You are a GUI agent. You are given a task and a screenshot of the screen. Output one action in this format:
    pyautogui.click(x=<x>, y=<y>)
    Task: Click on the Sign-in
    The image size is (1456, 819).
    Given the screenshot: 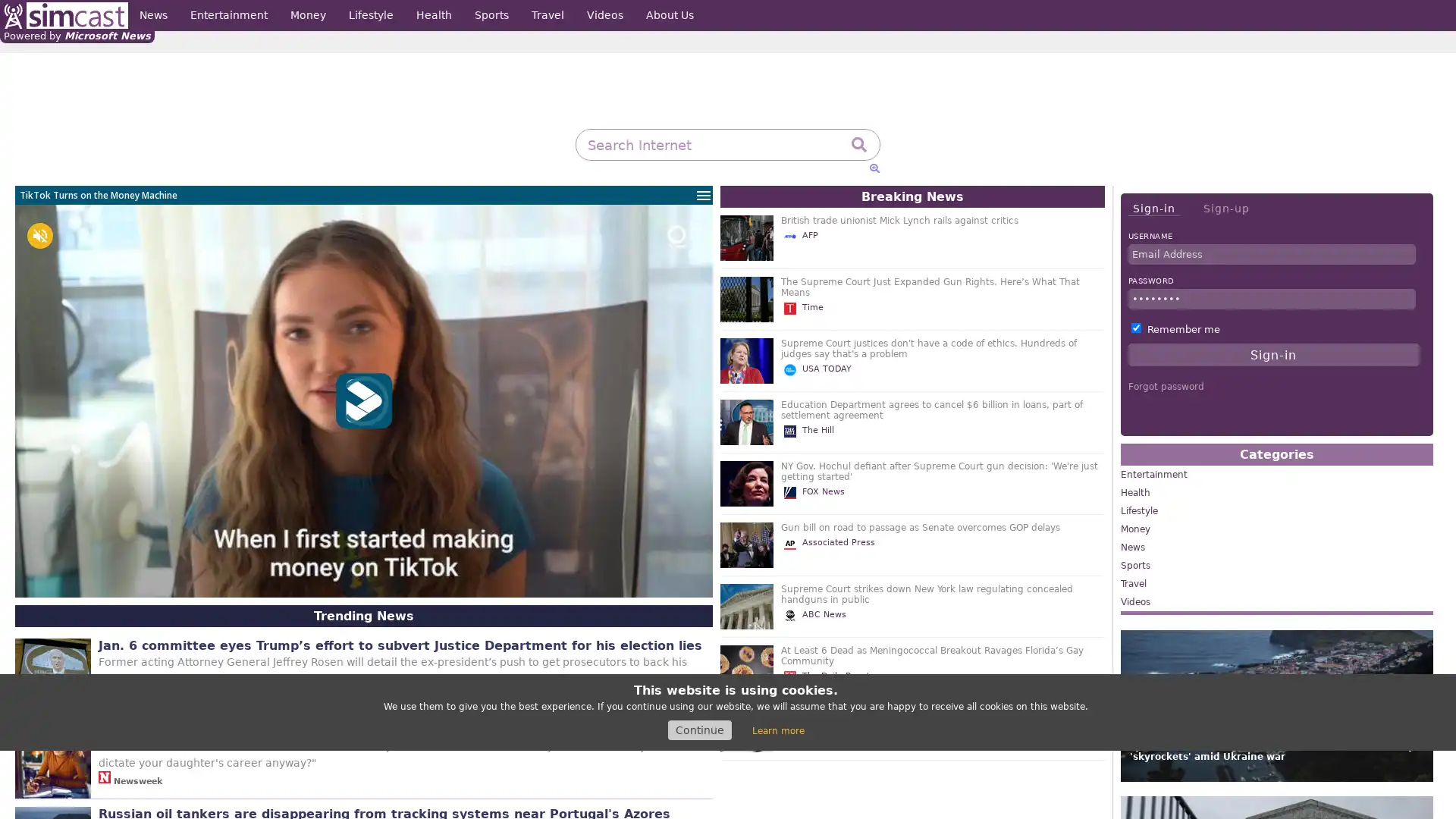 What is the action you would take?
    pyautogui.click(x=1273, y=354)
    